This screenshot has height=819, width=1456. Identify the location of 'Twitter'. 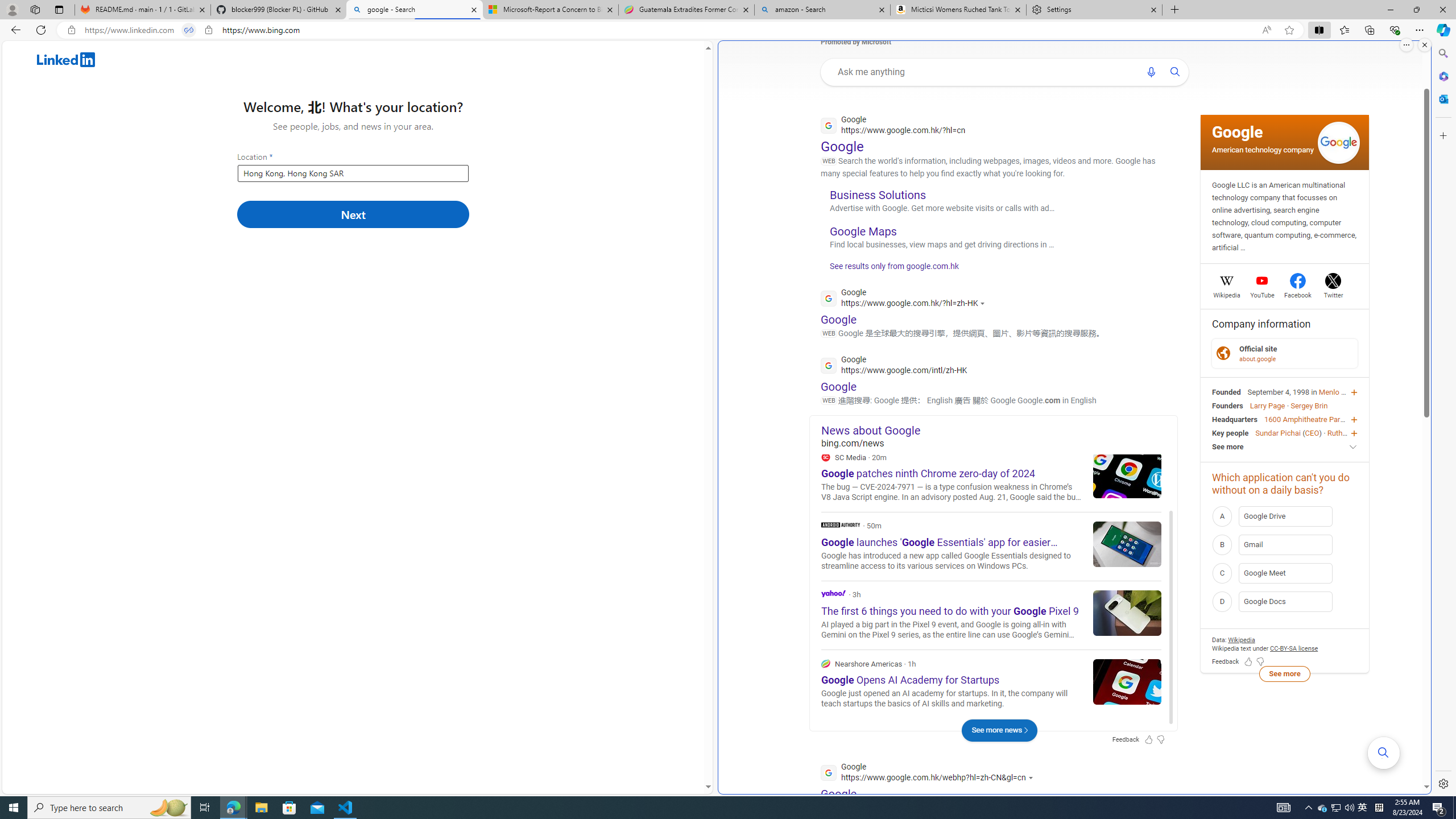
(1333, 293).